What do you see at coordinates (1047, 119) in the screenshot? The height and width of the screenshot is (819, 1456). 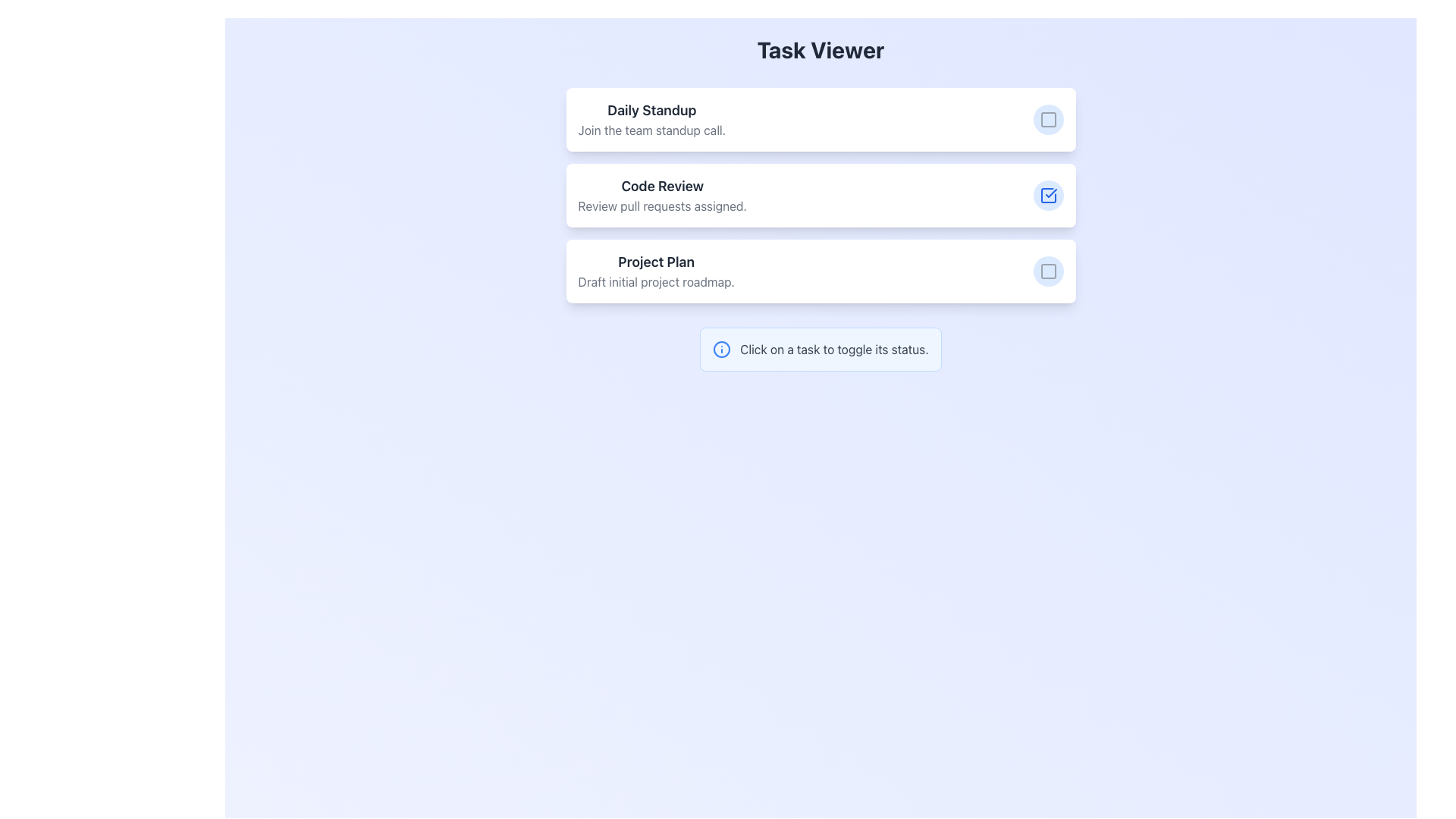 I see `the SVG Icon located inside the circular button at the right end of the first task row ('Daily Standup') in the task viewer` at bounding box center [1047, 119].